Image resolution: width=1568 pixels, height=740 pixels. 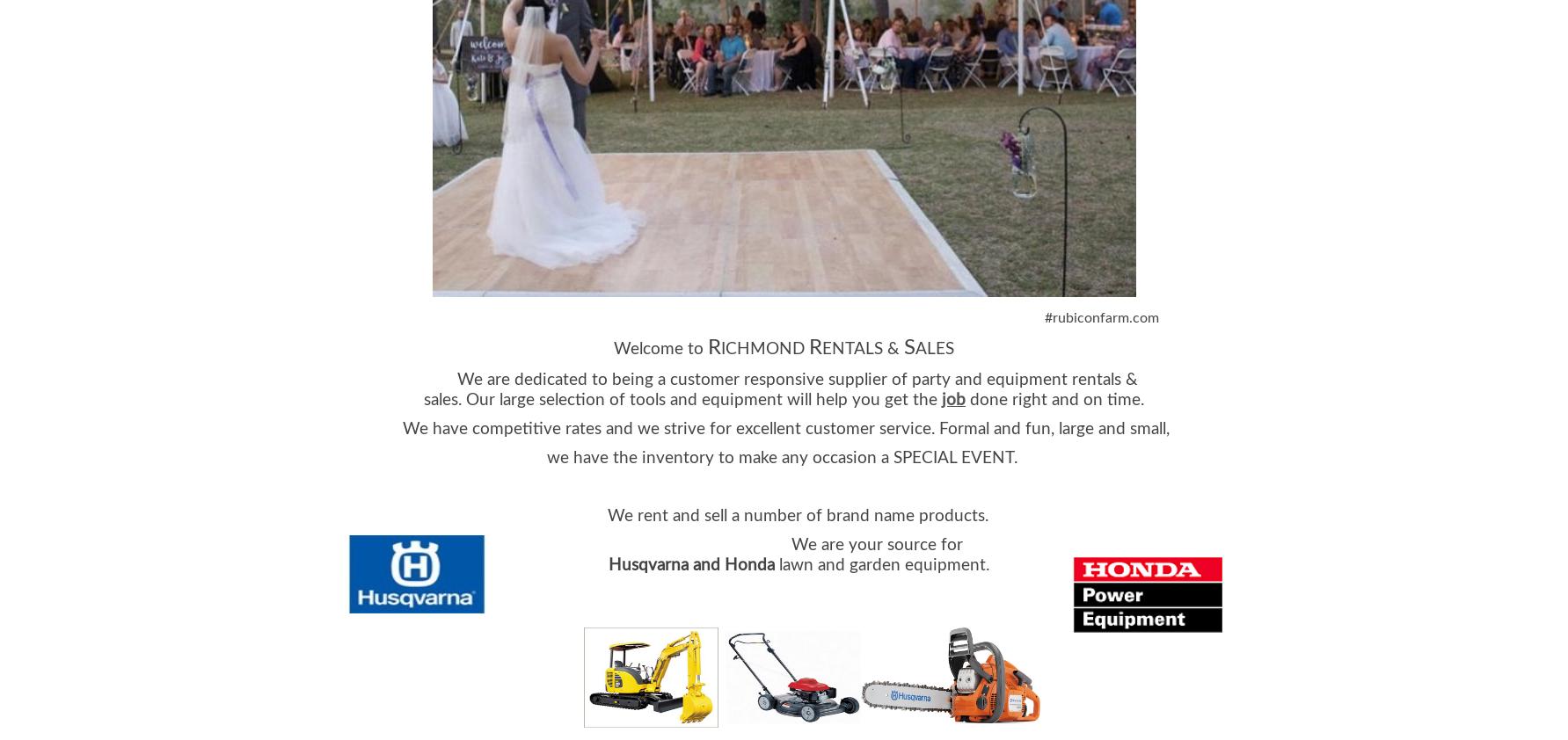 What do you see at coordinates (909, 346) in the screenshot?
I see `'S'` at bounding box center [909, 346].